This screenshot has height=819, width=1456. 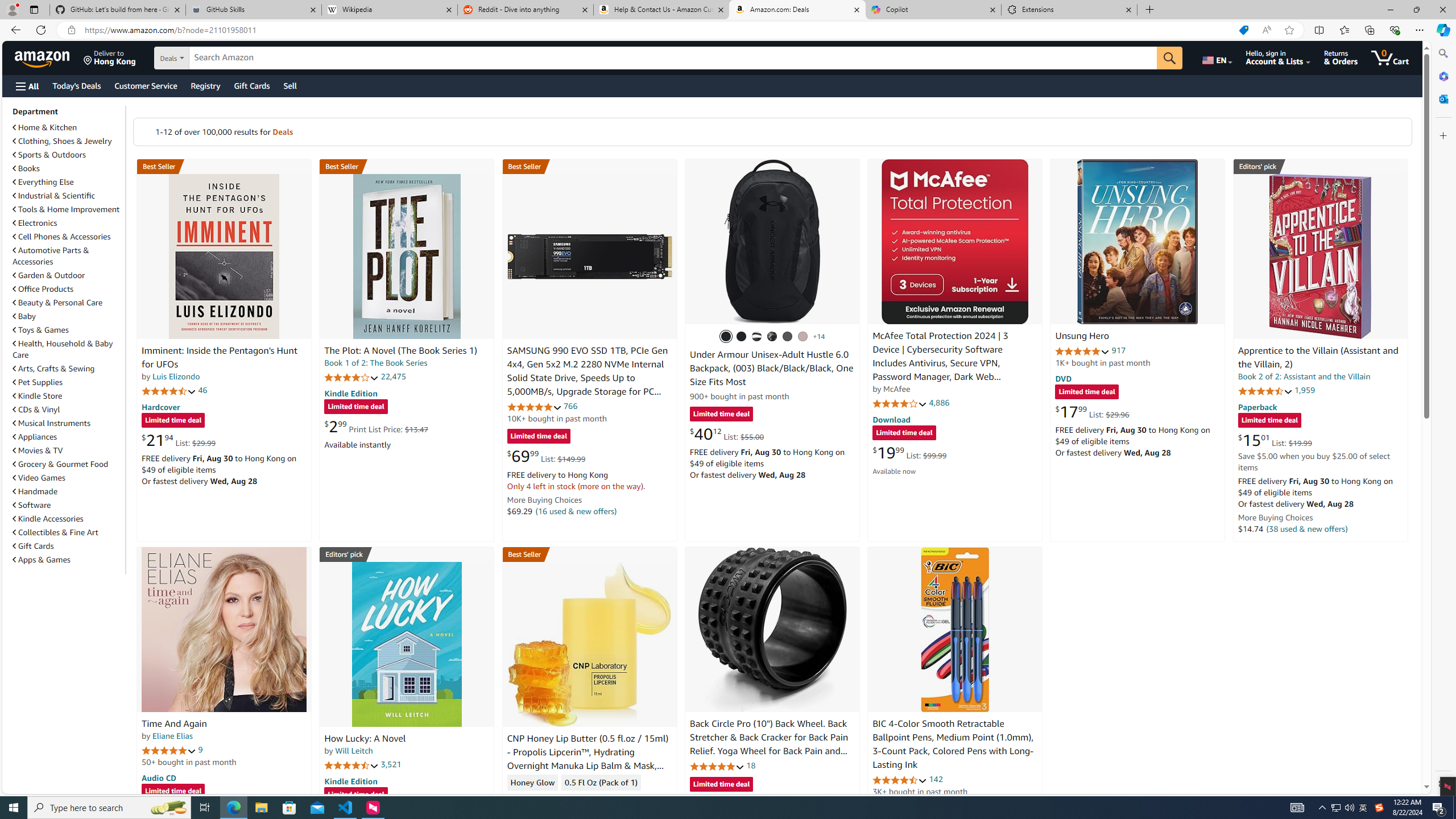 I want to click on 'Sell', so click(x=289, y=85).